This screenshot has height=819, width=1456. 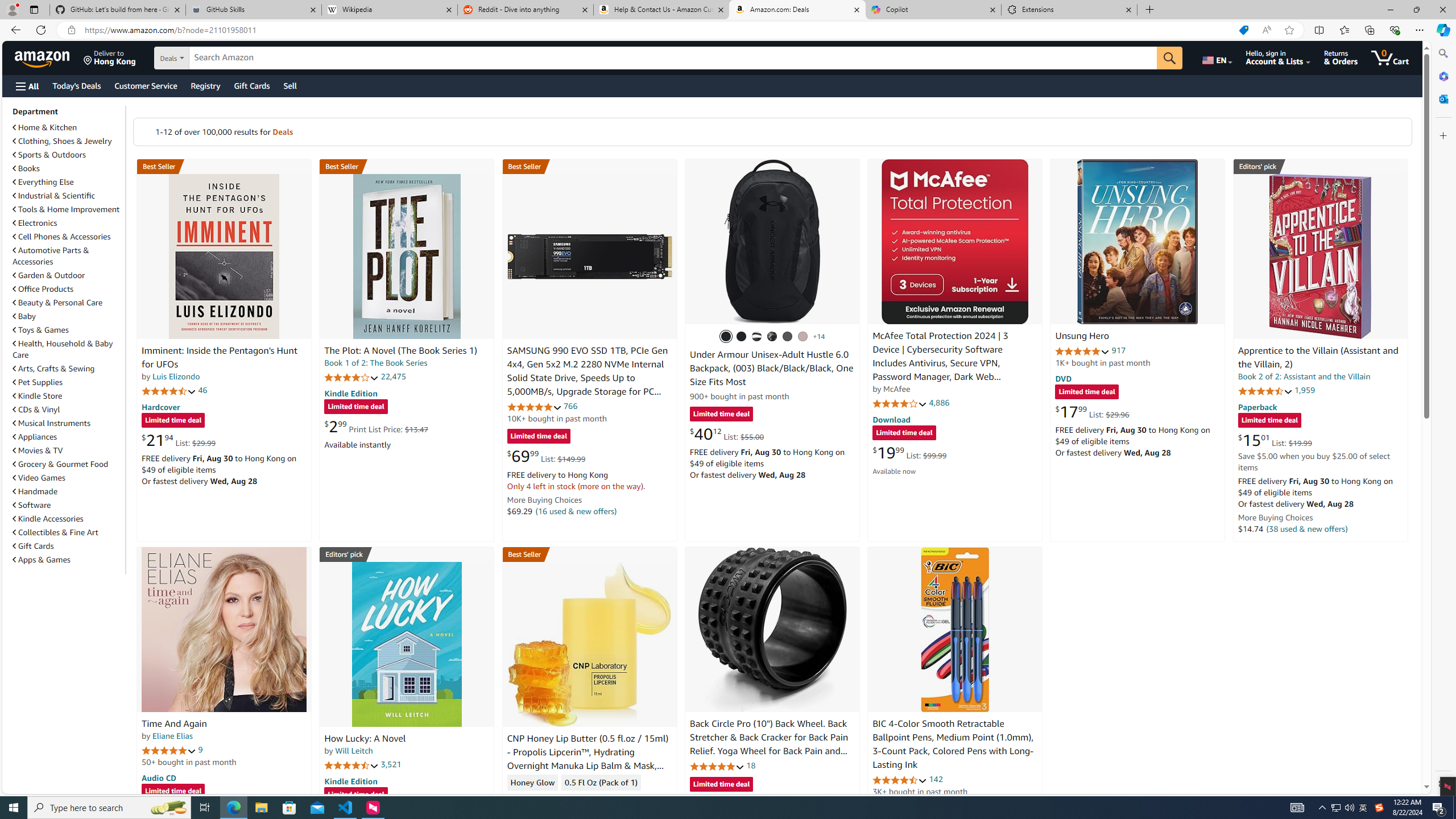 I want to click on 'Sell', so click(x=289, y=85).